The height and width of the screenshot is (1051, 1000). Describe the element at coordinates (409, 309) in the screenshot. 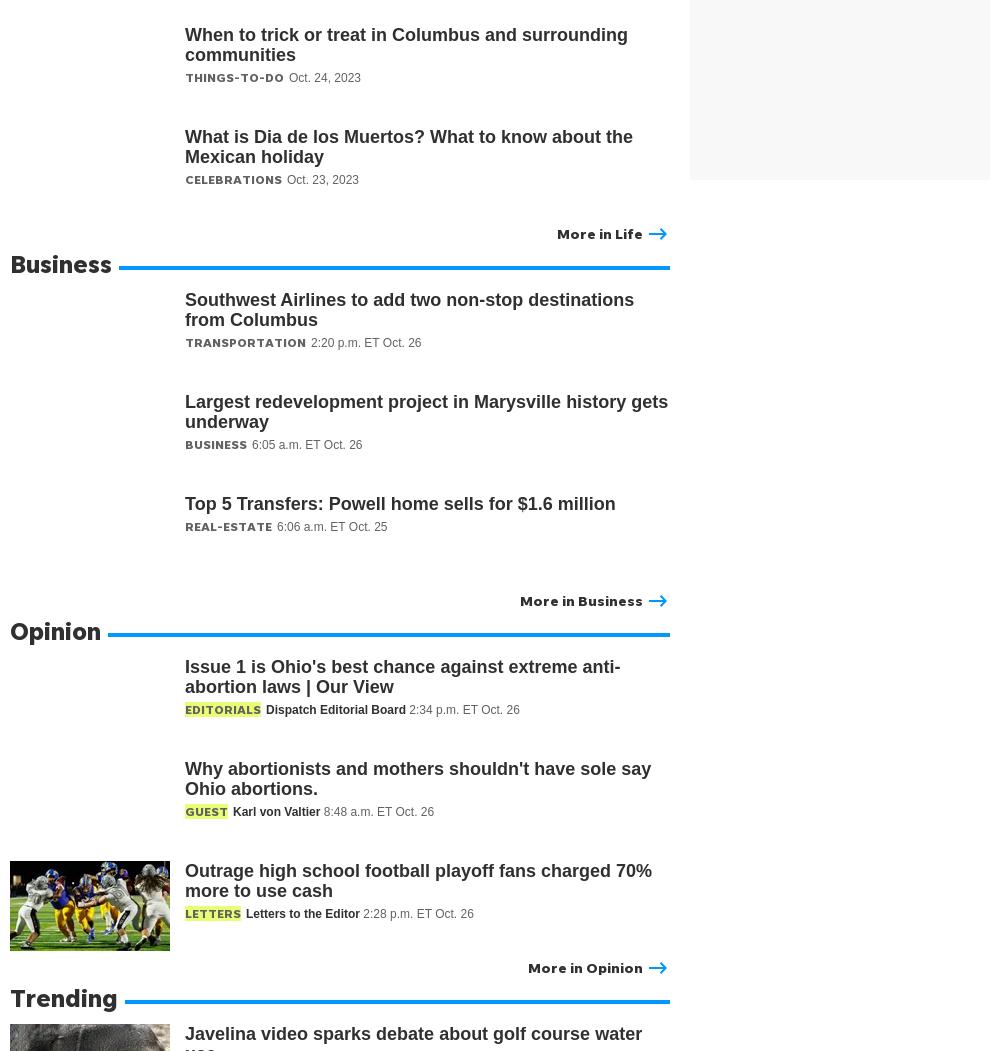

I see `'Southwest Airlines to add two non-stop destinations from Columbus'` at that location.